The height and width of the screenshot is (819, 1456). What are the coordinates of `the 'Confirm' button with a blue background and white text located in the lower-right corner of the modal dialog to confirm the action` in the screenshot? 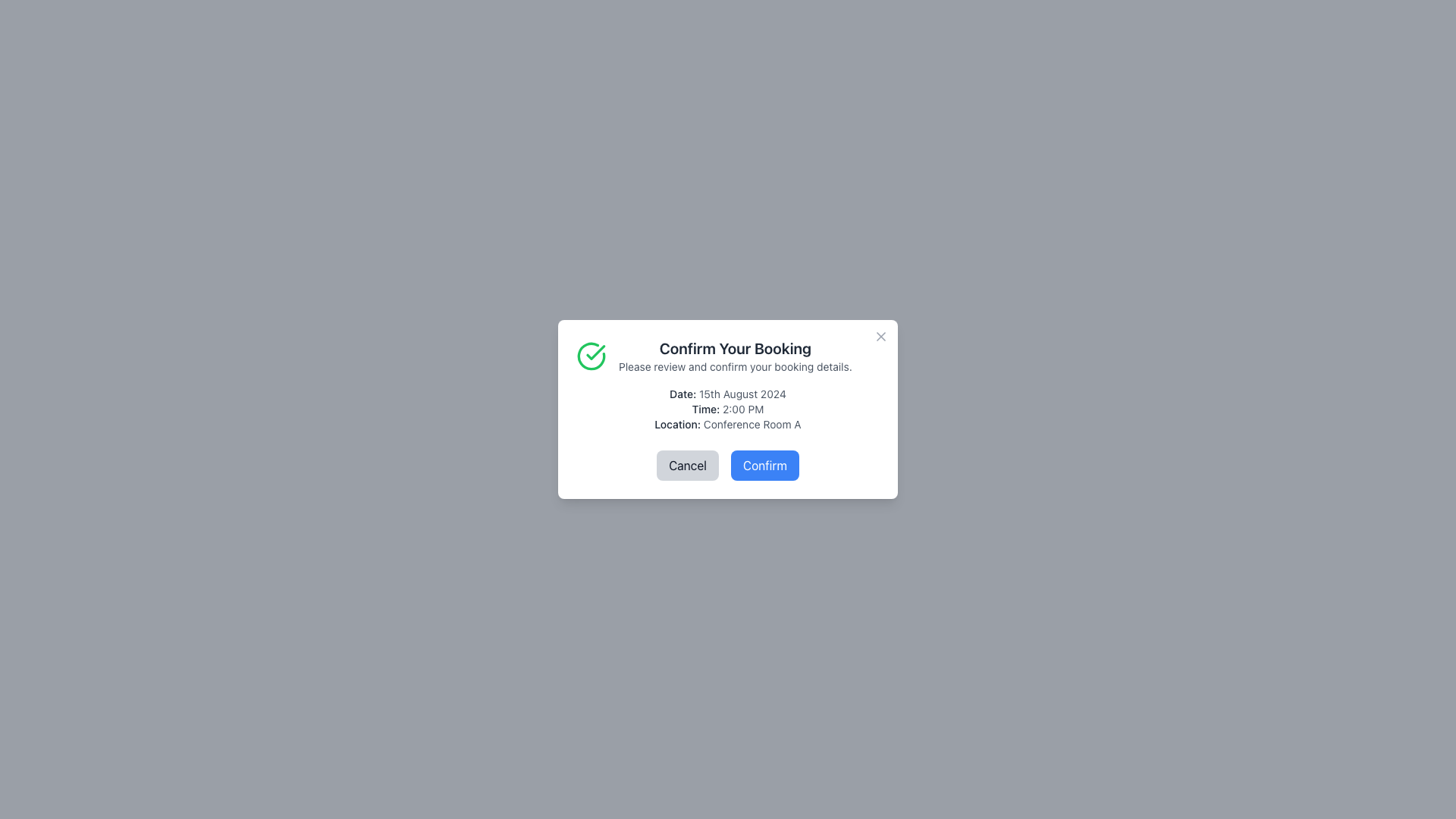 It's located at (764, 464).